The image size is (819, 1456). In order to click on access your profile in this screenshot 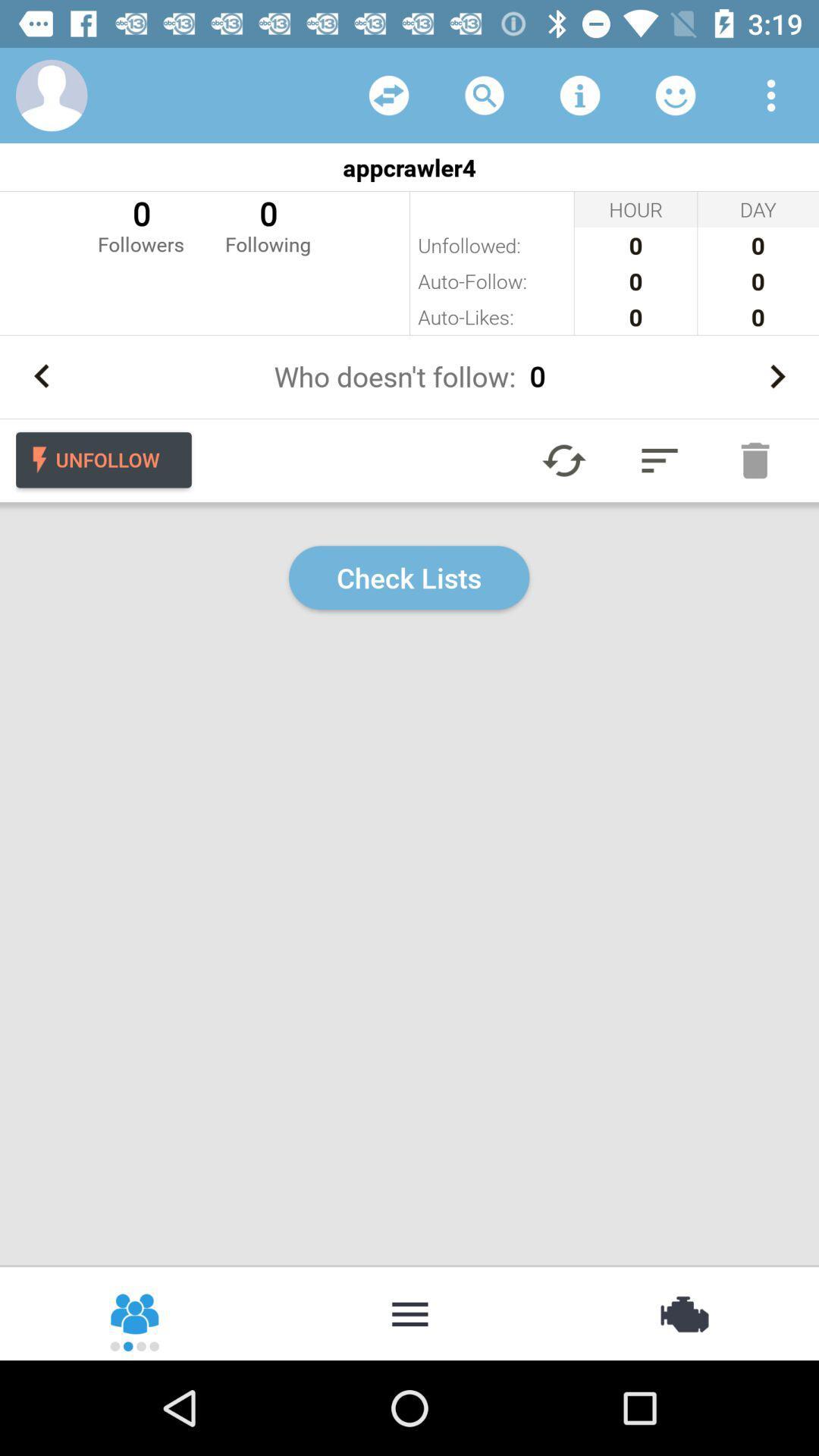, I will do `click(51, 94)`.